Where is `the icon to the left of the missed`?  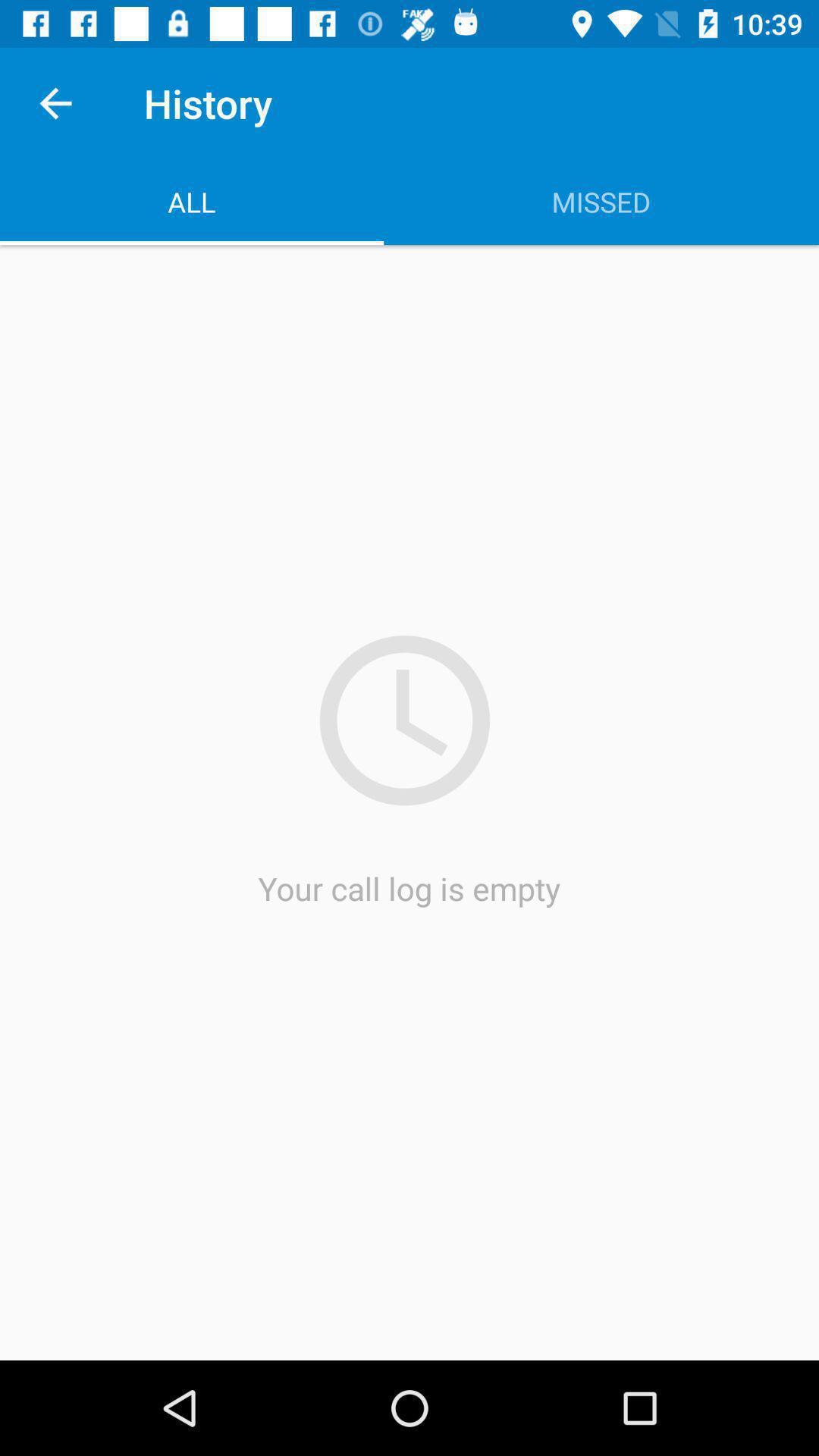
the icon to the left of the missed is located at coordinates (191, 201).